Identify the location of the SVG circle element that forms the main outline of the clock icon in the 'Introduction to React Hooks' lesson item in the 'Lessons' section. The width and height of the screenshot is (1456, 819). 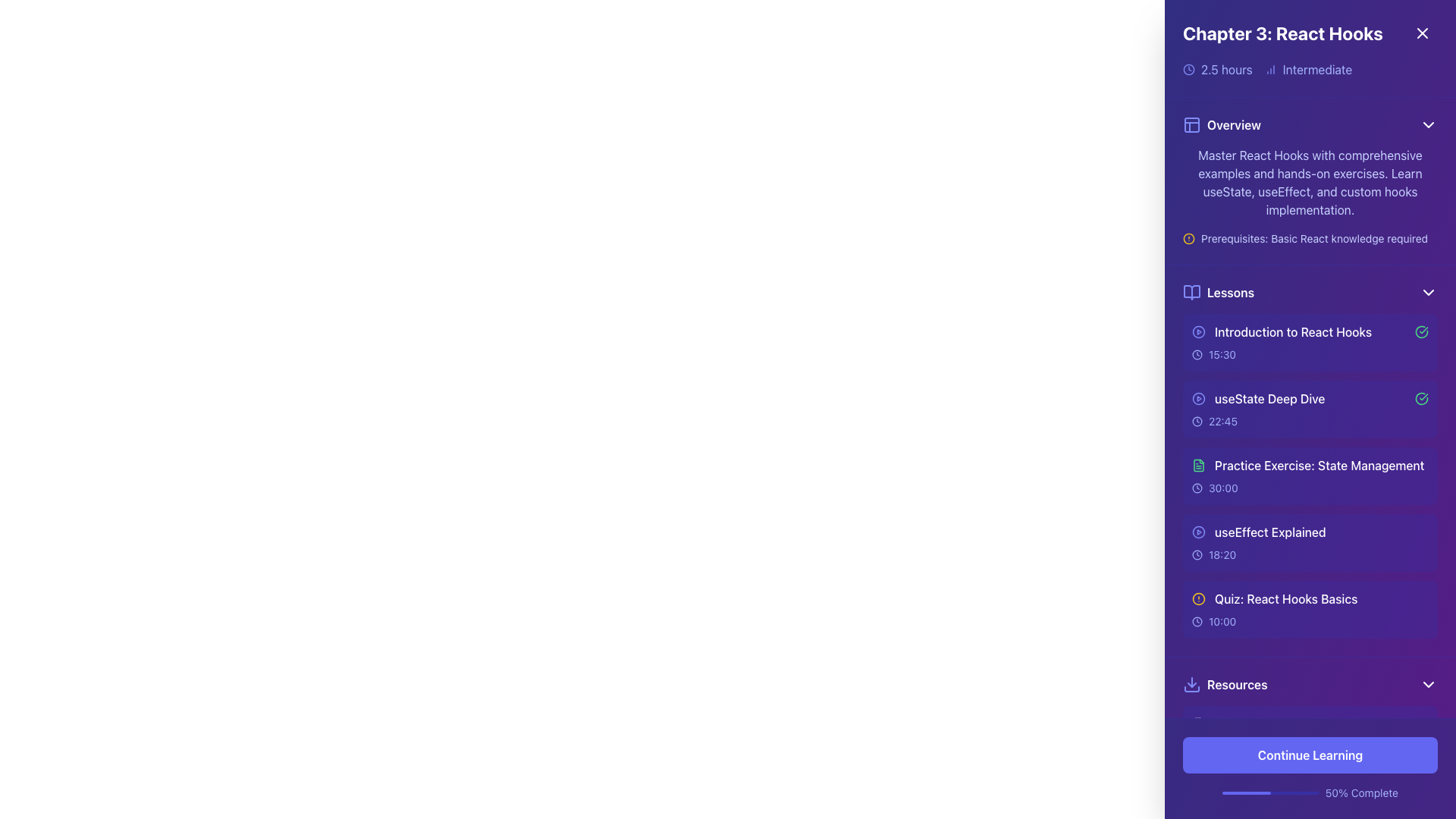
(1197, 354).